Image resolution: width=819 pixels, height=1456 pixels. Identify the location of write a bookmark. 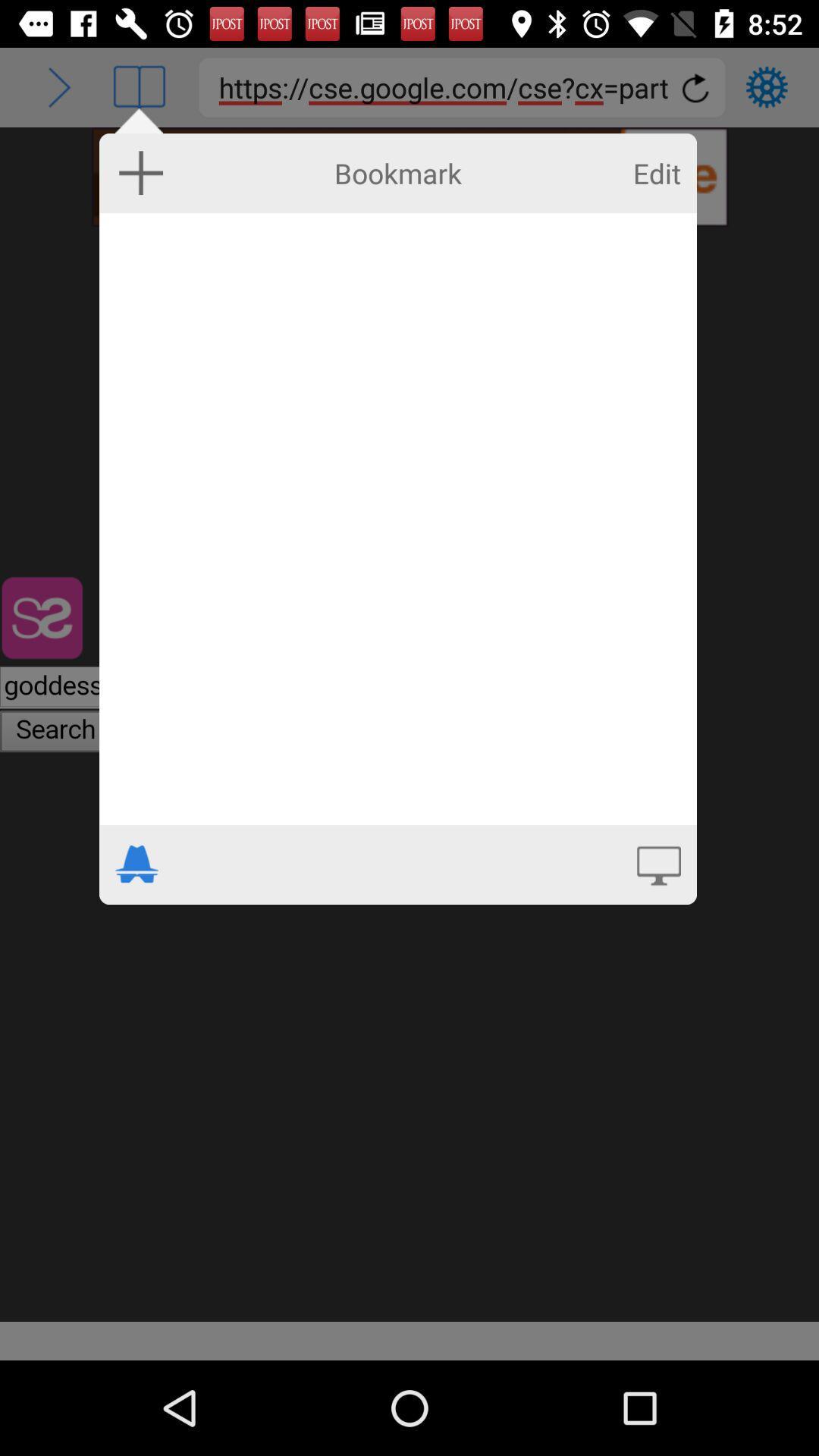
(397, 519).